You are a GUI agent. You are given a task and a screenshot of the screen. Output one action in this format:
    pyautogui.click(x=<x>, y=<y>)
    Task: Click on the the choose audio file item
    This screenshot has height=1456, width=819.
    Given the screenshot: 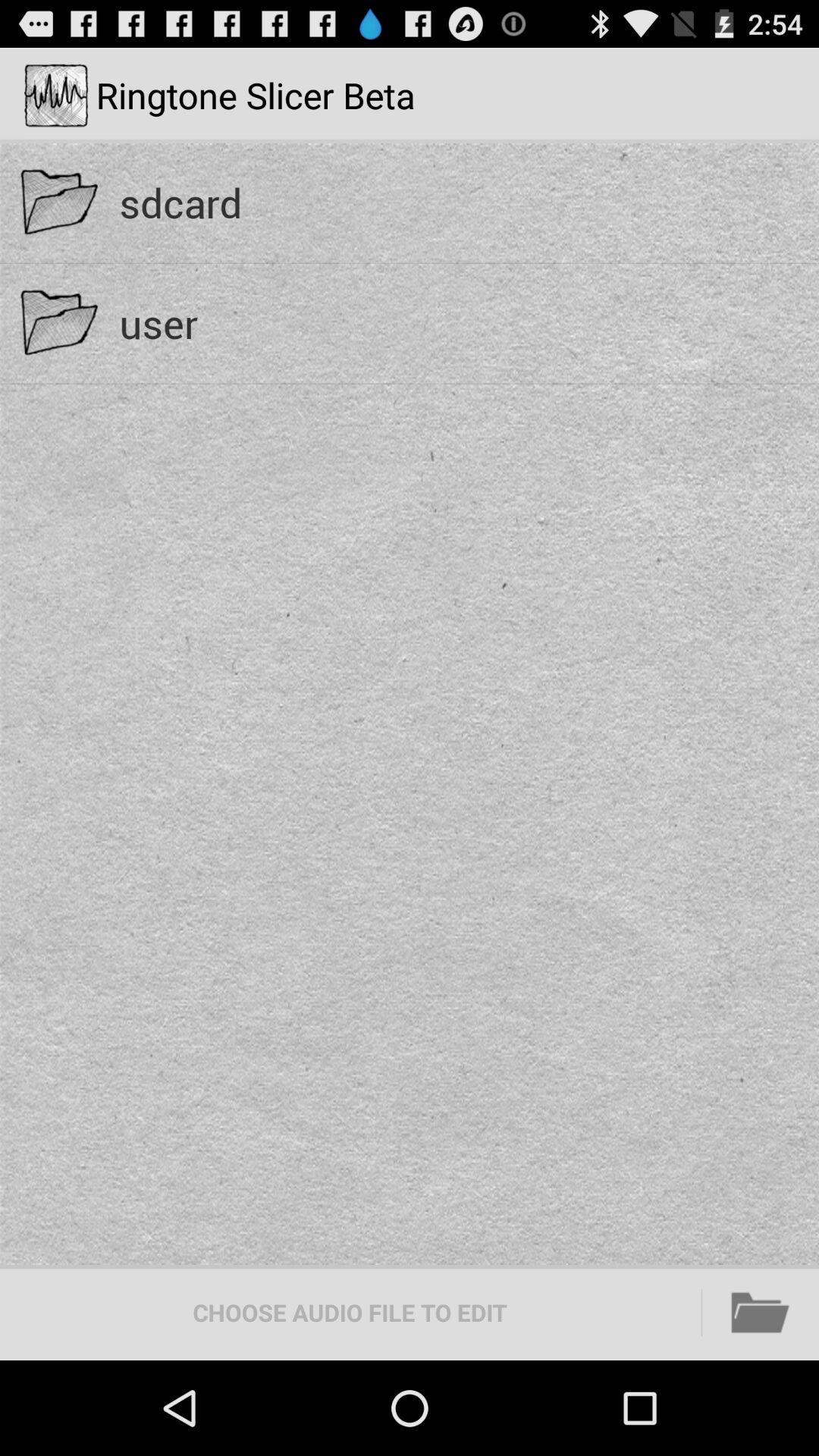 What is the action you would take?
    pyautogui.click(x=350, y=1312)
    